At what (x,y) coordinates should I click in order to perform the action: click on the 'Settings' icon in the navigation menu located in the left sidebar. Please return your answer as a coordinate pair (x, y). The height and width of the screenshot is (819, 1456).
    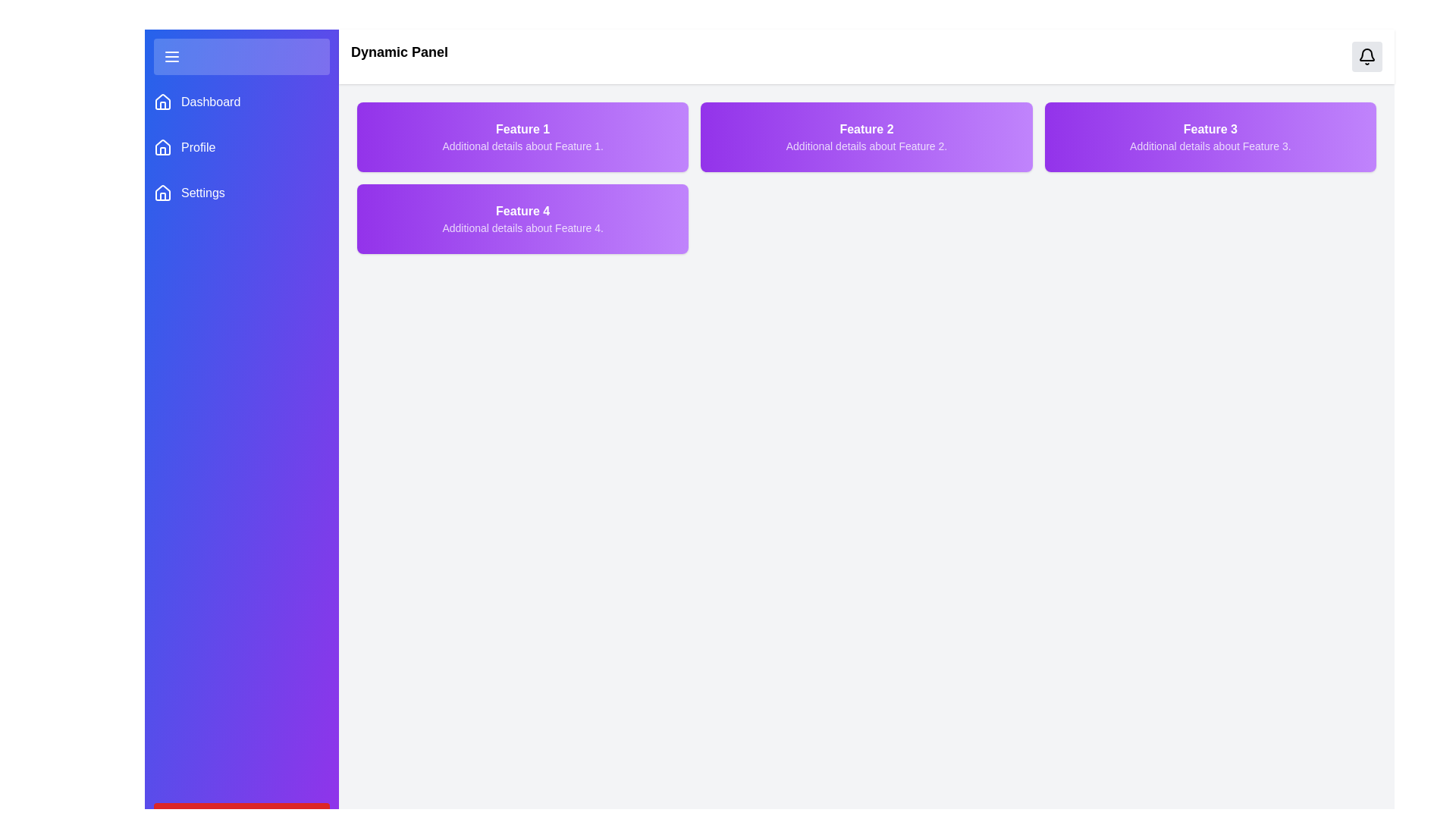
    Looking at the image, I should click on (163, 192).